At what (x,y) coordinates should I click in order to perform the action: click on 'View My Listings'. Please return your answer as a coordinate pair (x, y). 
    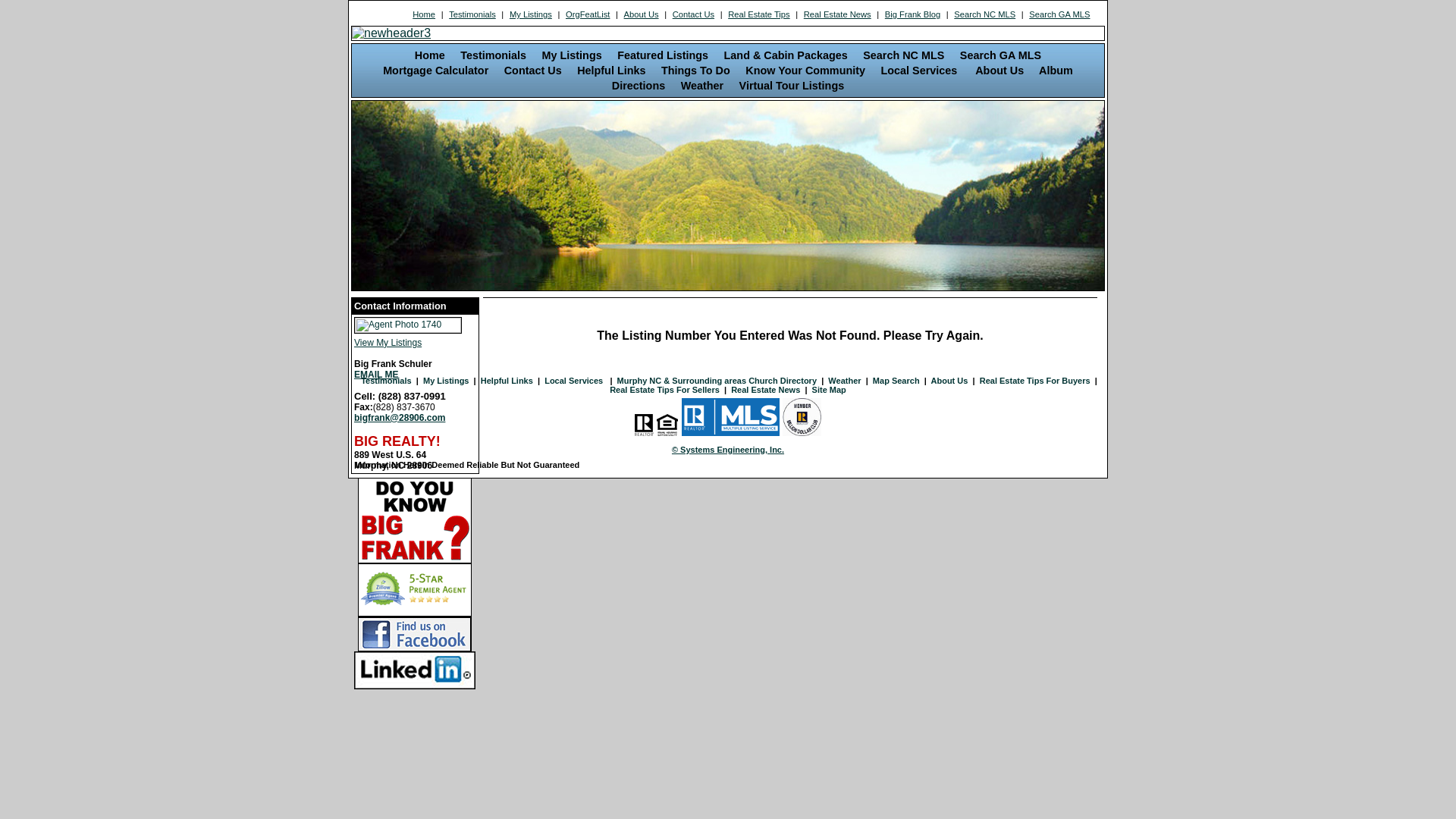
    Looking at the image, I should click on (415, 338).